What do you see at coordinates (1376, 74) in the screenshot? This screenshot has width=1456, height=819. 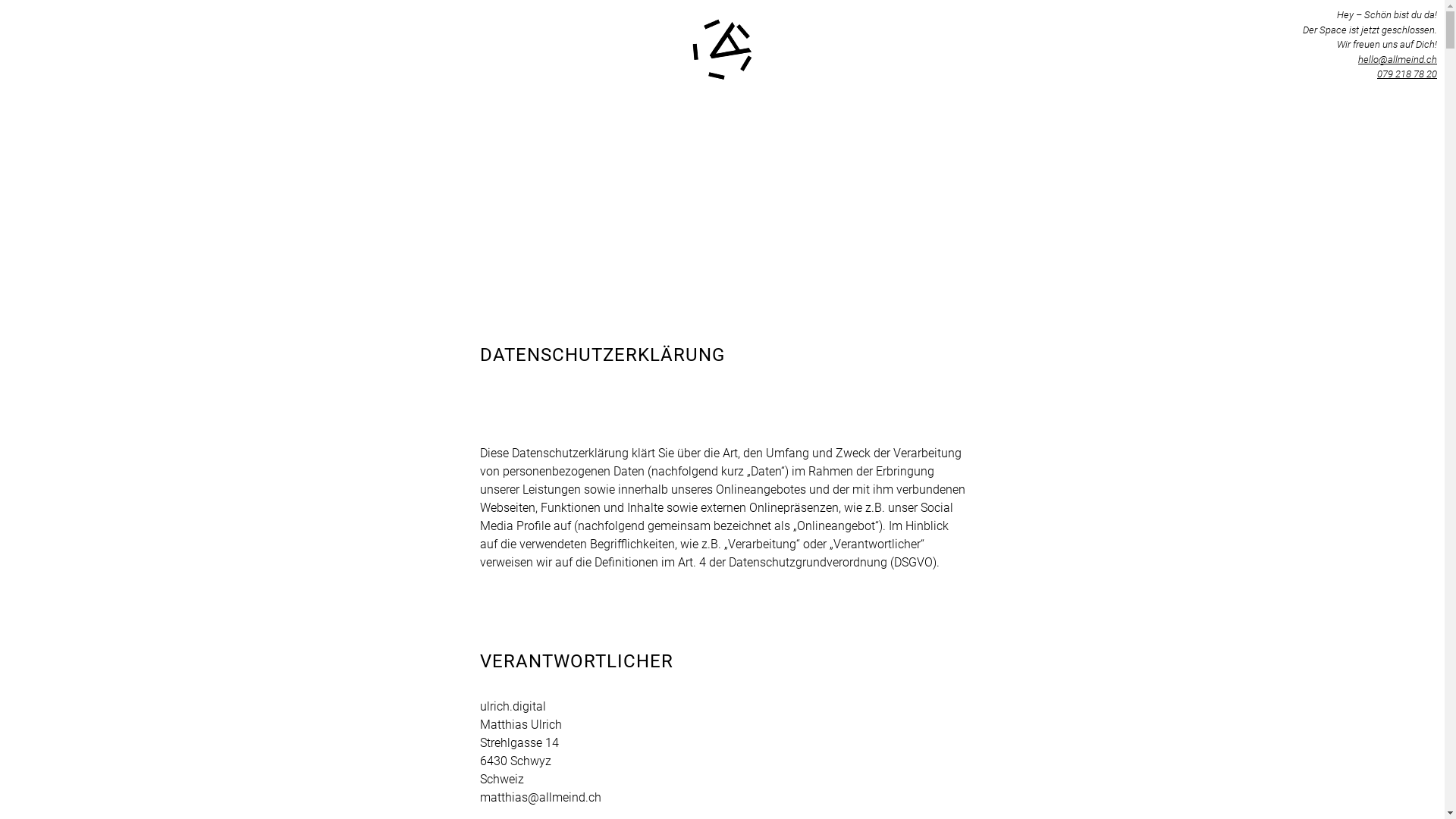 I see `'079 218 78 20'` at bounding box center [1376, 74].